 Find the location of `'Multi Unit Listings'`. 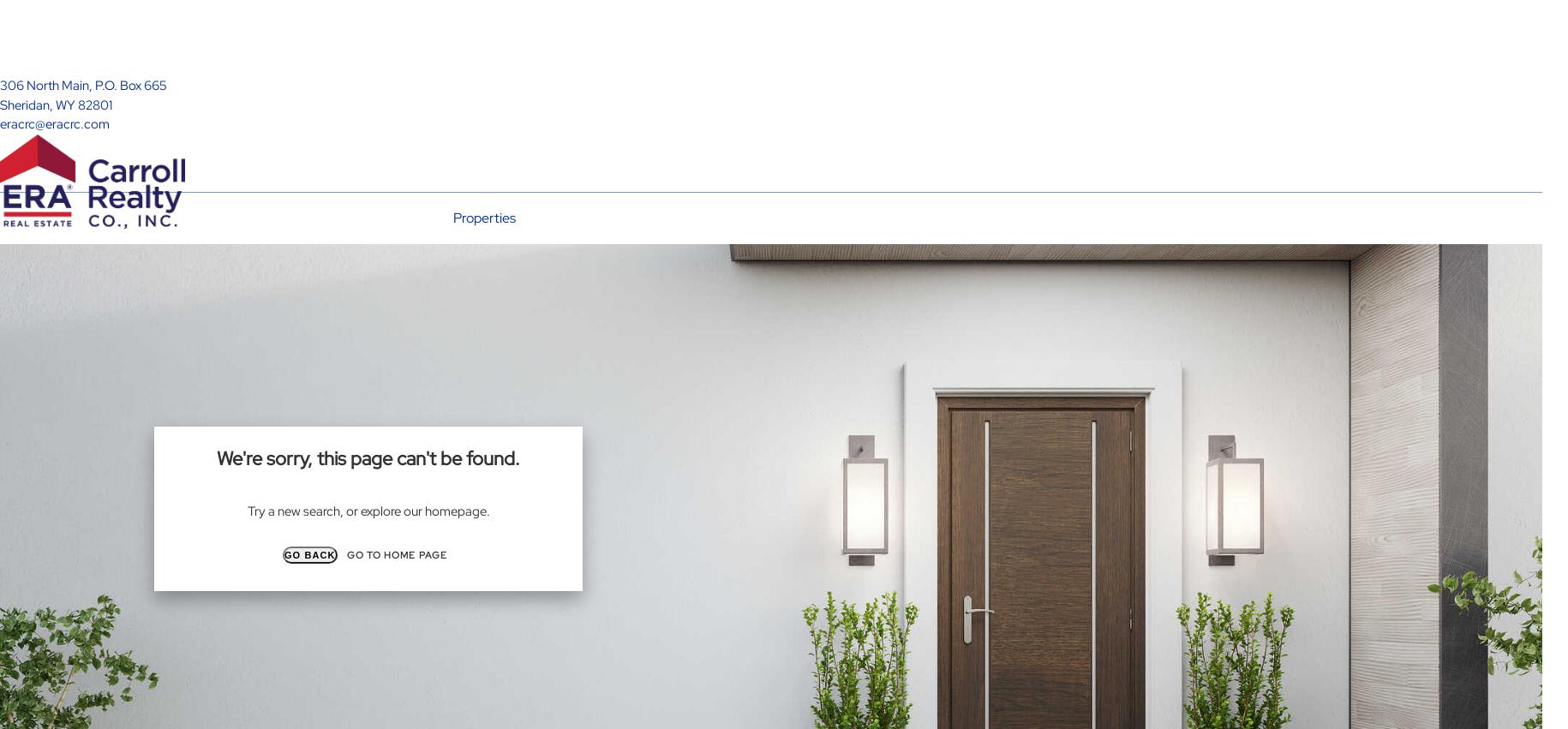

'Multi Unit Listings' is located at coordinates (480, 321).